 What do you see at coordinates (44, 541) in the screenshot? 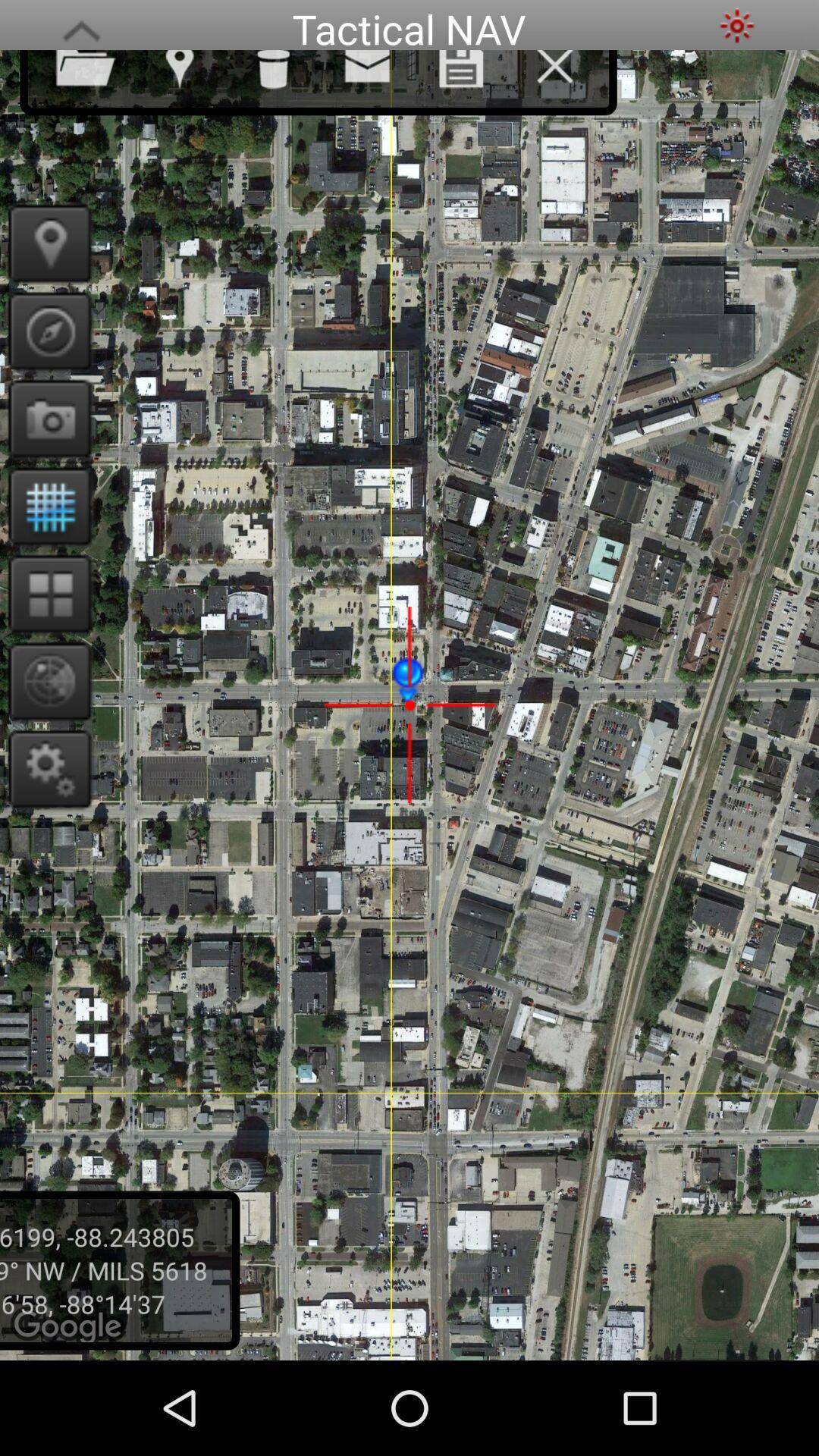
I see `the date_range icon` at bounding box center [44, 541].